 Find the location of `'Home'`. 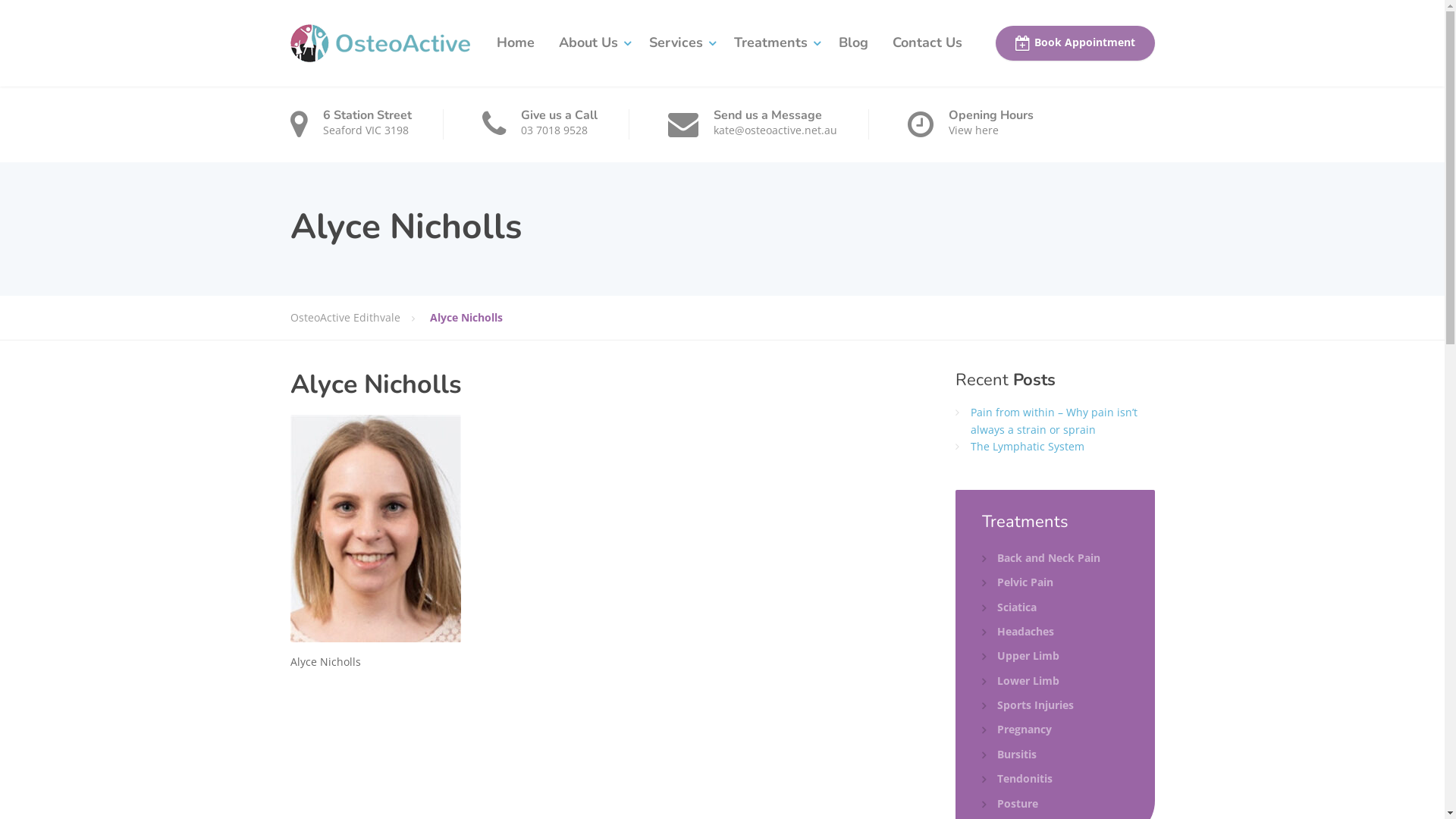

'Home' is located at coordinates (514, 42).